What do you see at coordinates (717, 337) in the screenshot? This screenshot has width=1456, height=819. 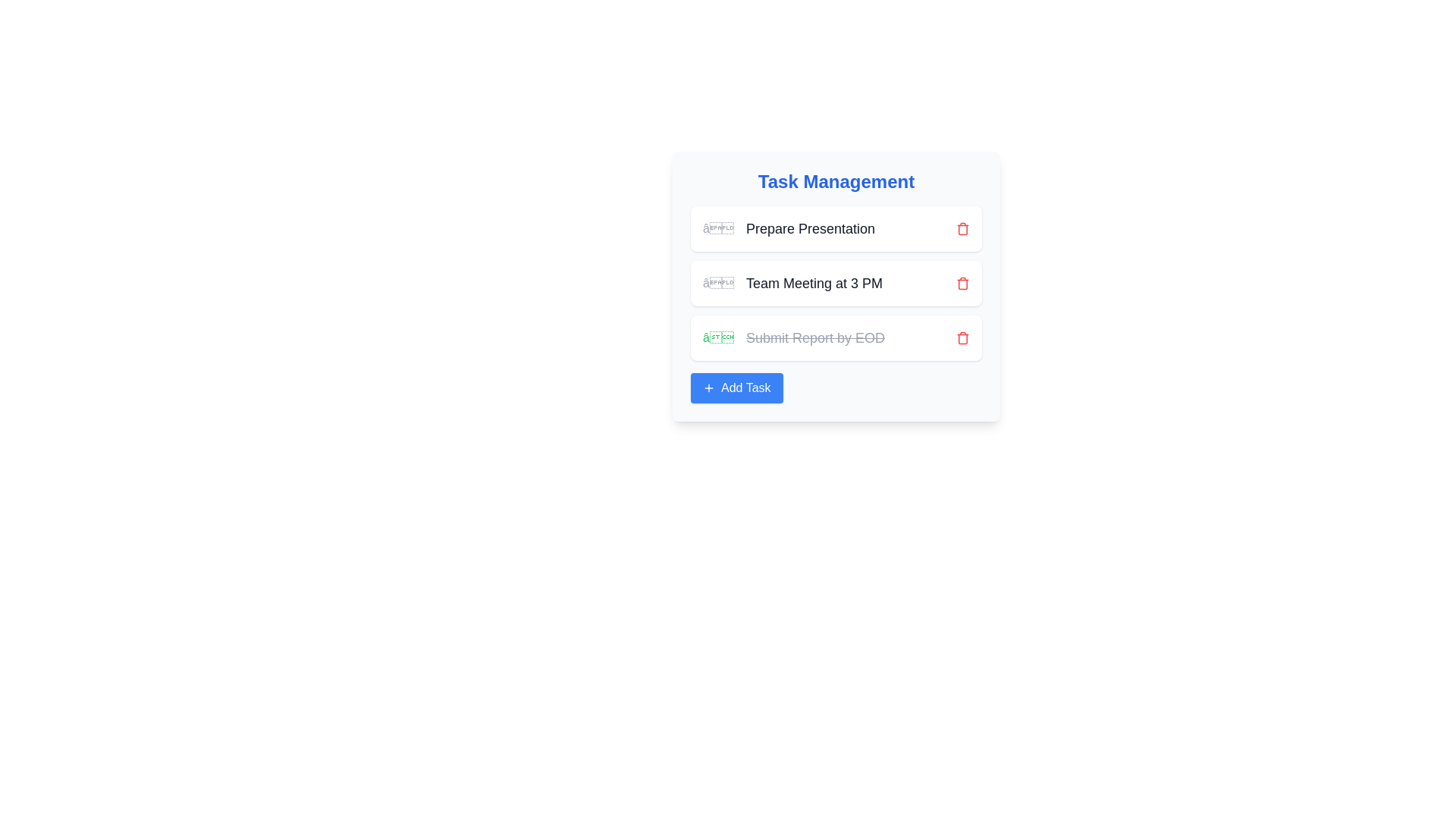 I see `the checkmark icon that indicates task completion to trigger visual feedback` at bounding box center [717, 337].